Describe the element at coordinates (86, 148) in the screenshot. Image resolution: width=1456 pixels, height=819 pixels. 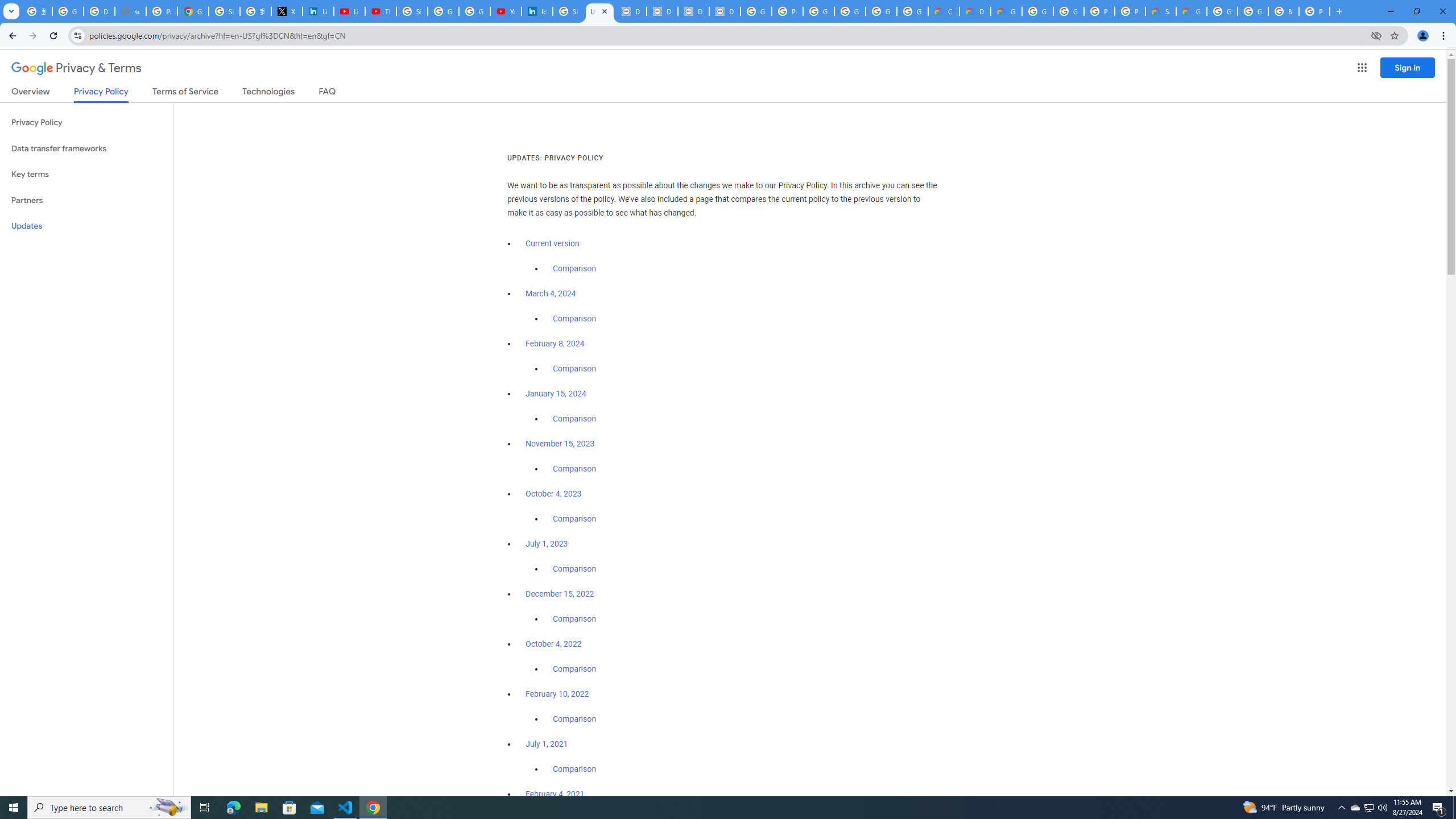
I see `'Data transfer frameworks'` at that location.